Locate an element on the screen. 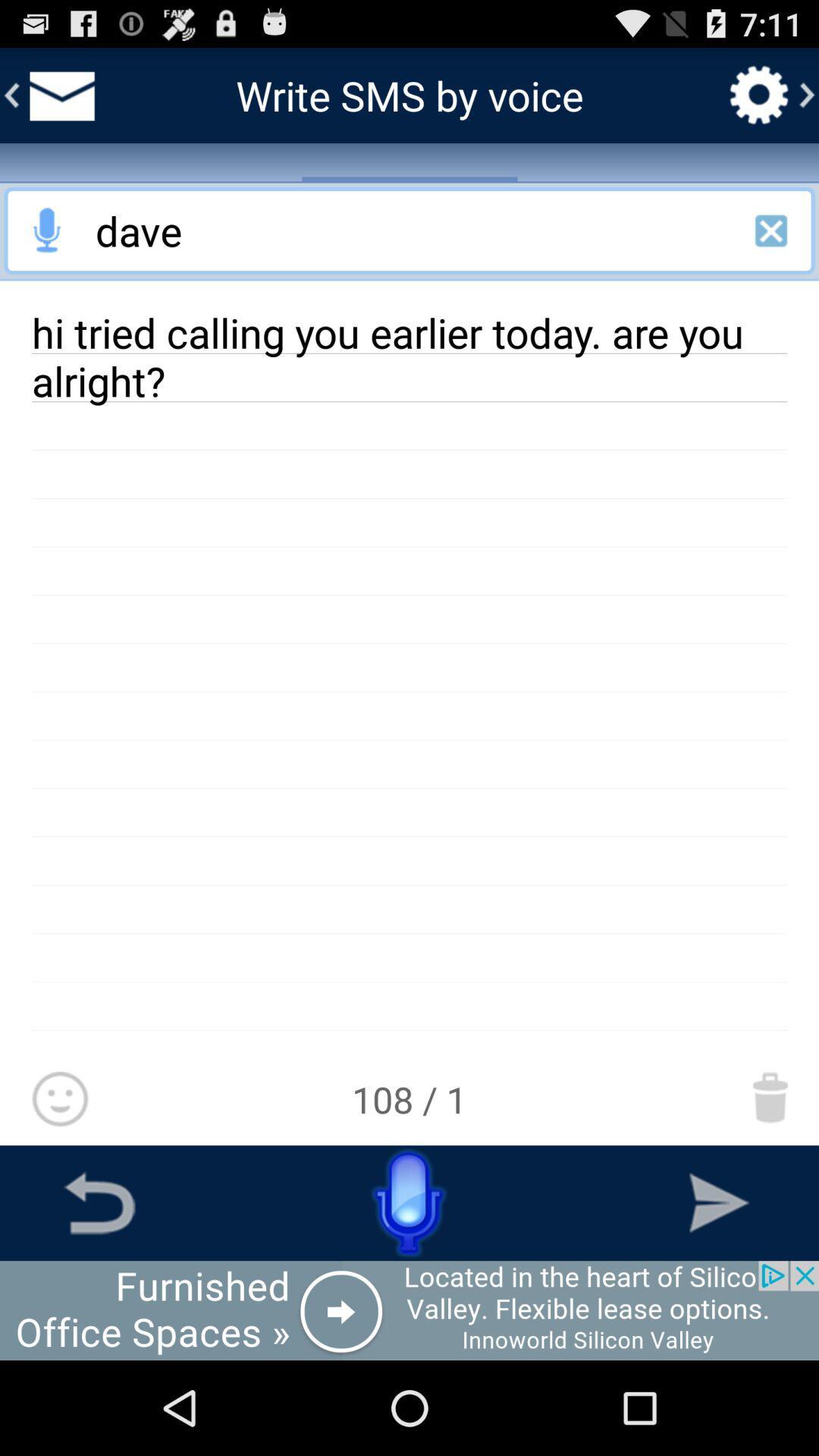 This screenshot has width=819, height=1456. previous is located at coordinates (99, 1202).